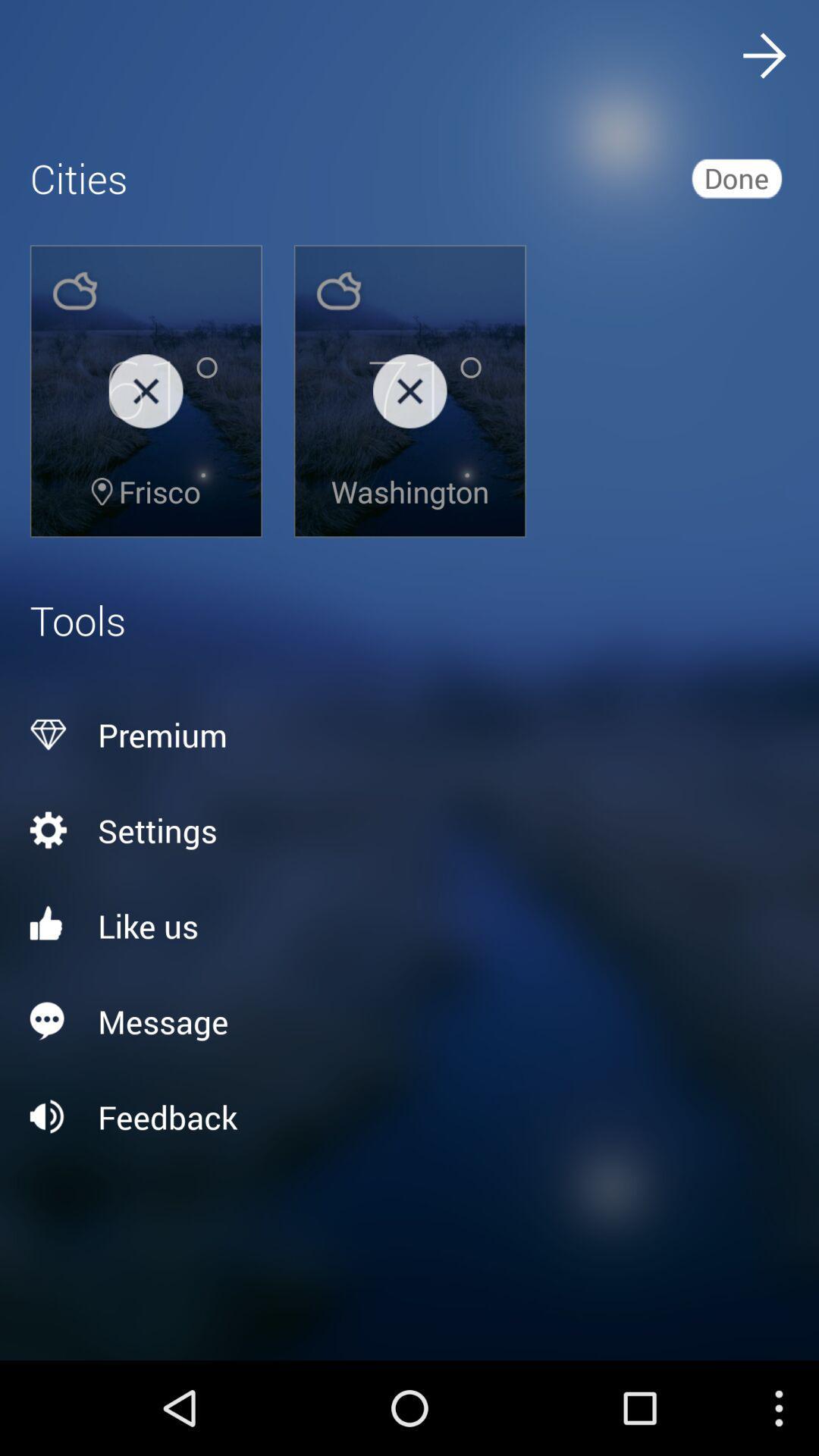 Image resolution: width=819 pixels, height=1456 pixels. What do you see at coordinates (409, 1021) in the screenshot?
I see `icon above the feedback` at bounding box center [409, 1021].